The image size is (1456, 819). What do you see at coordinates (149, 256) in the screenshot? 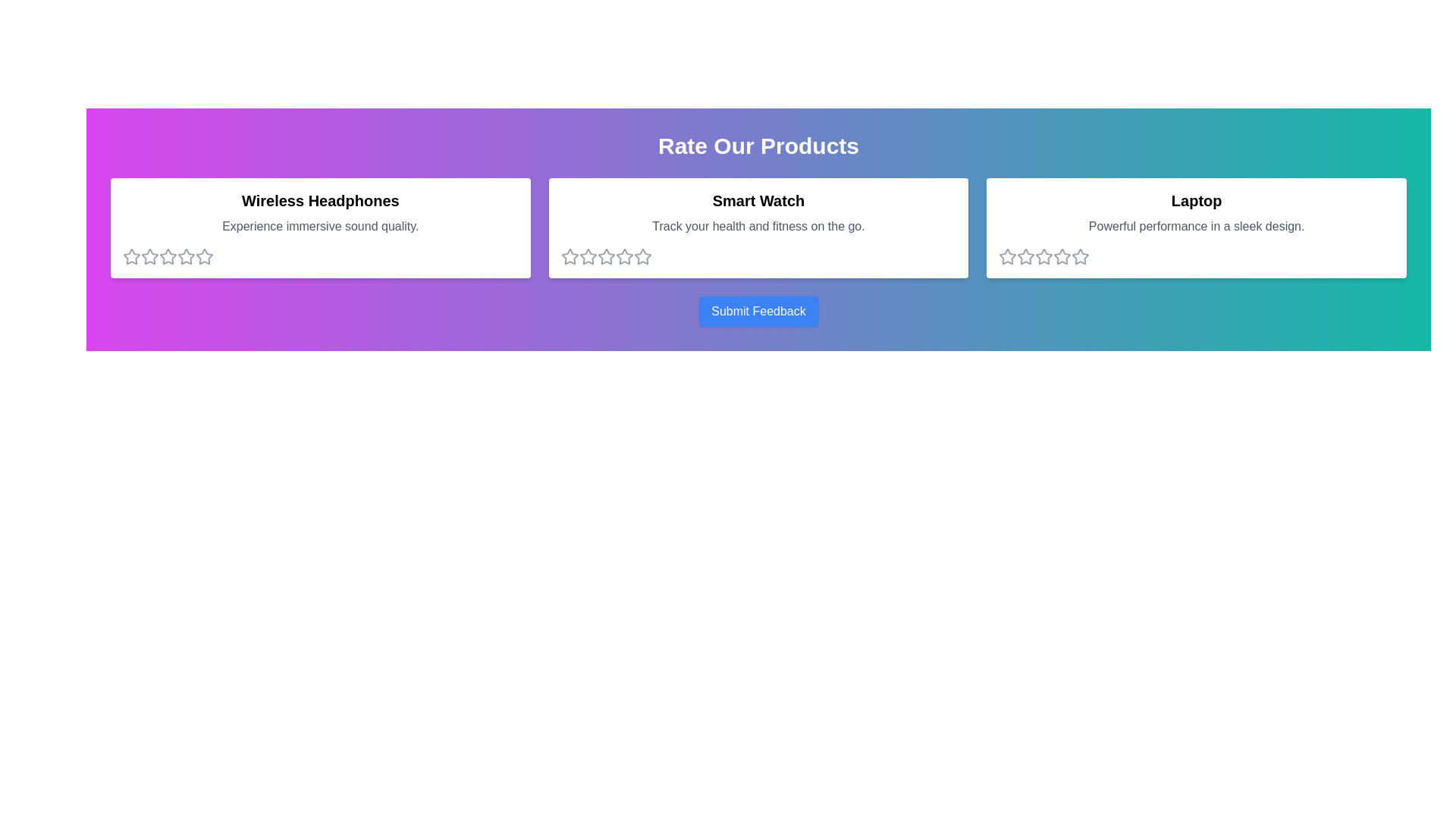
I see `the star corresponding to 2 stars to preview the rating` at bounding box center [149, 256].